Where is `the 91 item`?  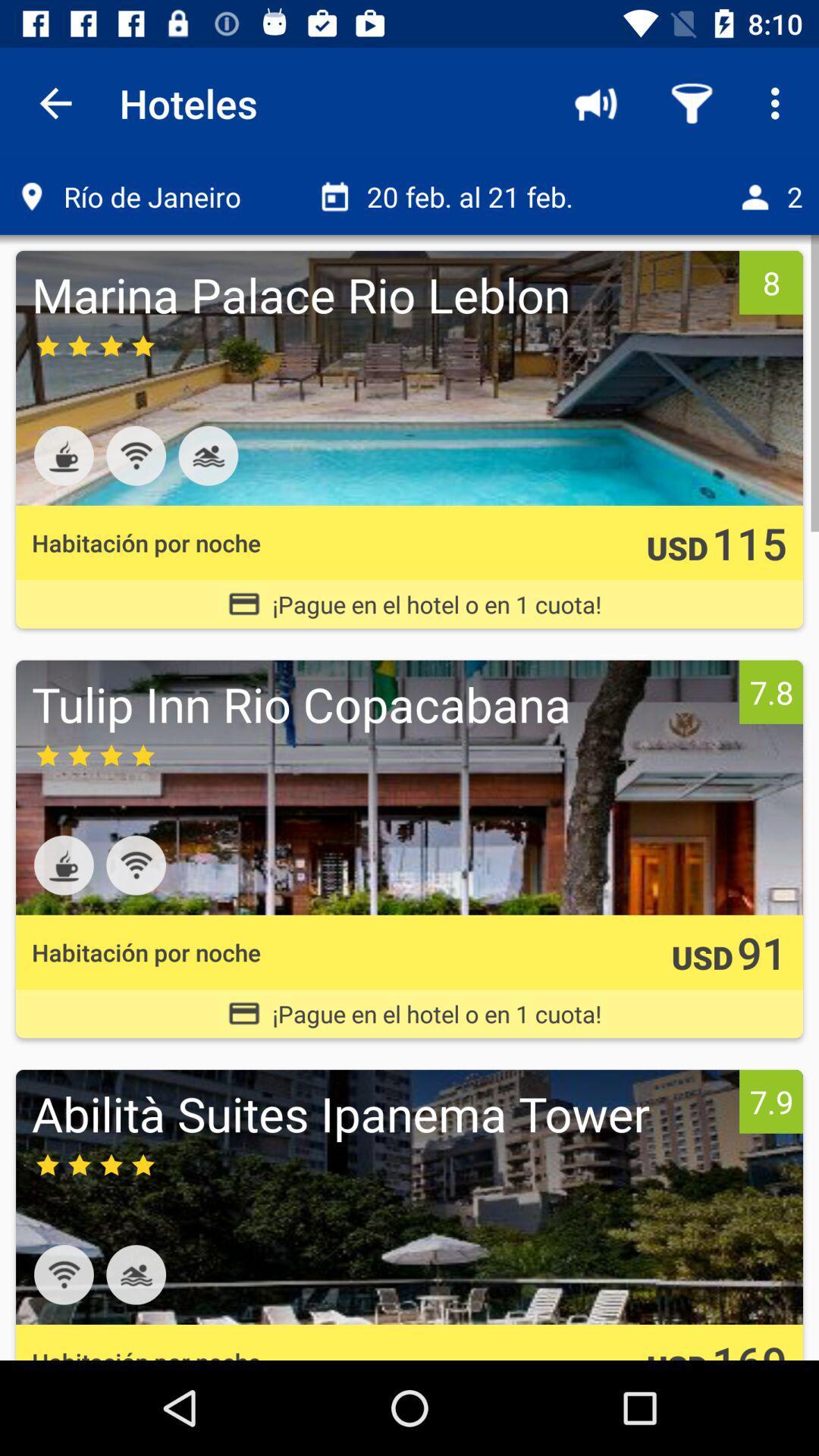 the 91 item is located at coordinates (762, 951).